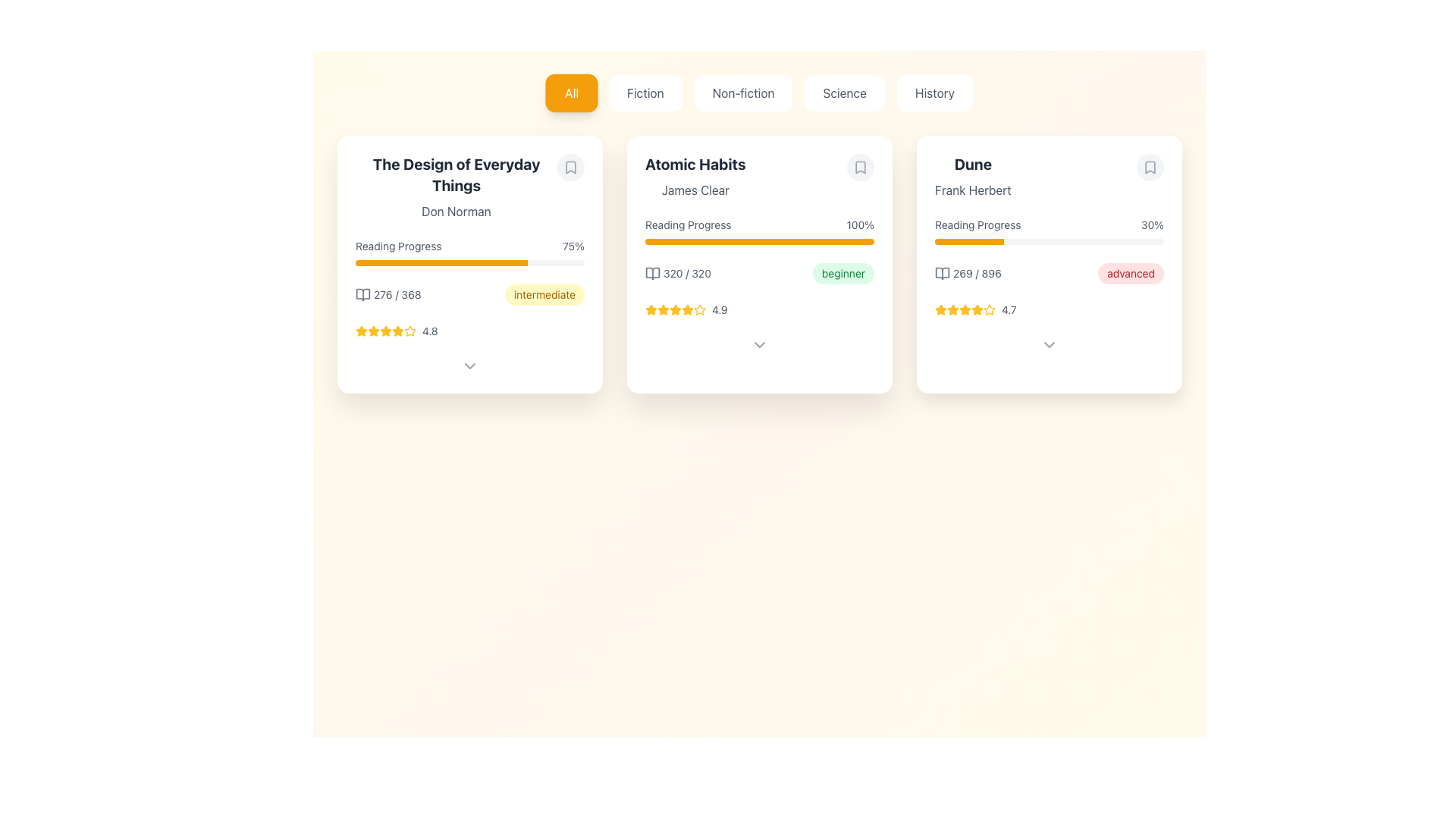 This screenshot has height=819, width=1456. I want to click on the 'Non-fiction' button, which is a horizontally-aligned button with rounded corners, located near the top-center of the interface, between the 'Fiction' and 'Science' buttons, so click(743, 93).